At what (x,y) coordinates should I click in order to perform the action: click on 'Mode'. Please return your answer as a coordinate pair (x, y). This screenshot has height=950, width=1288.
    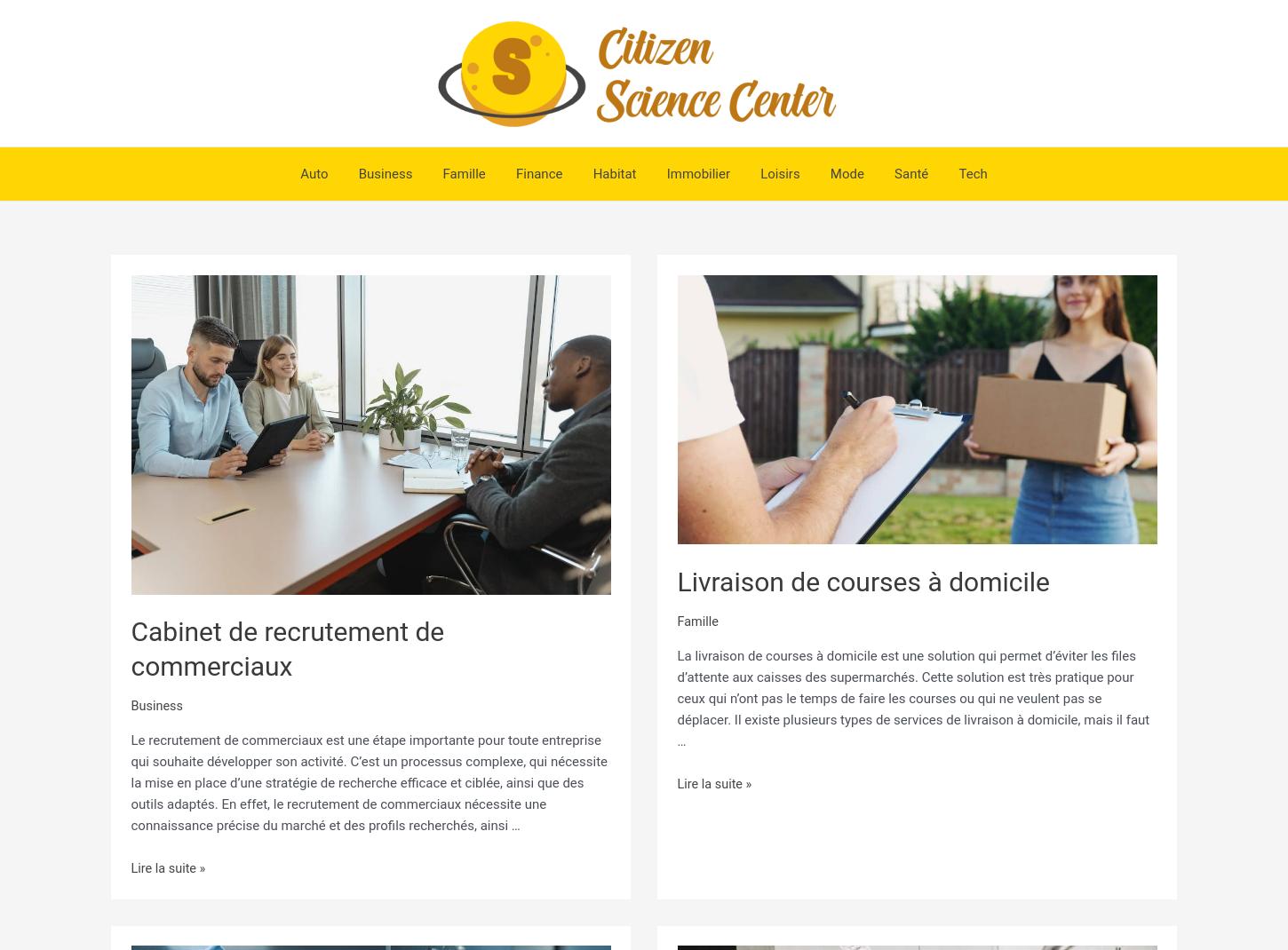
    Looking at the image, I should click on (836, 173).